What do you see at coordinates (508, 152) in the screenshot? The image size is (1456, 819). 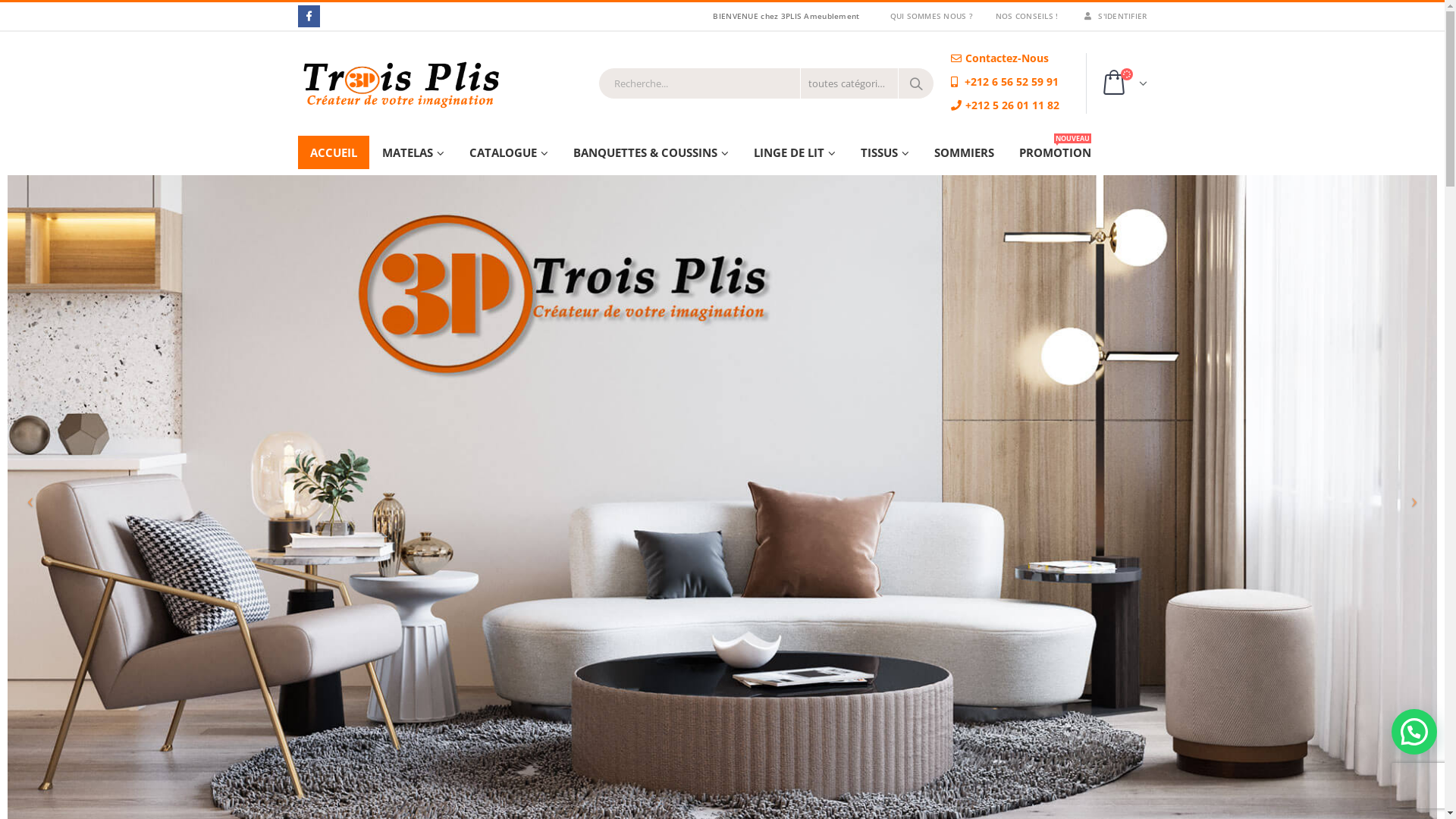 I see `'CATALOGUE'` at bounding box center [508, 152].